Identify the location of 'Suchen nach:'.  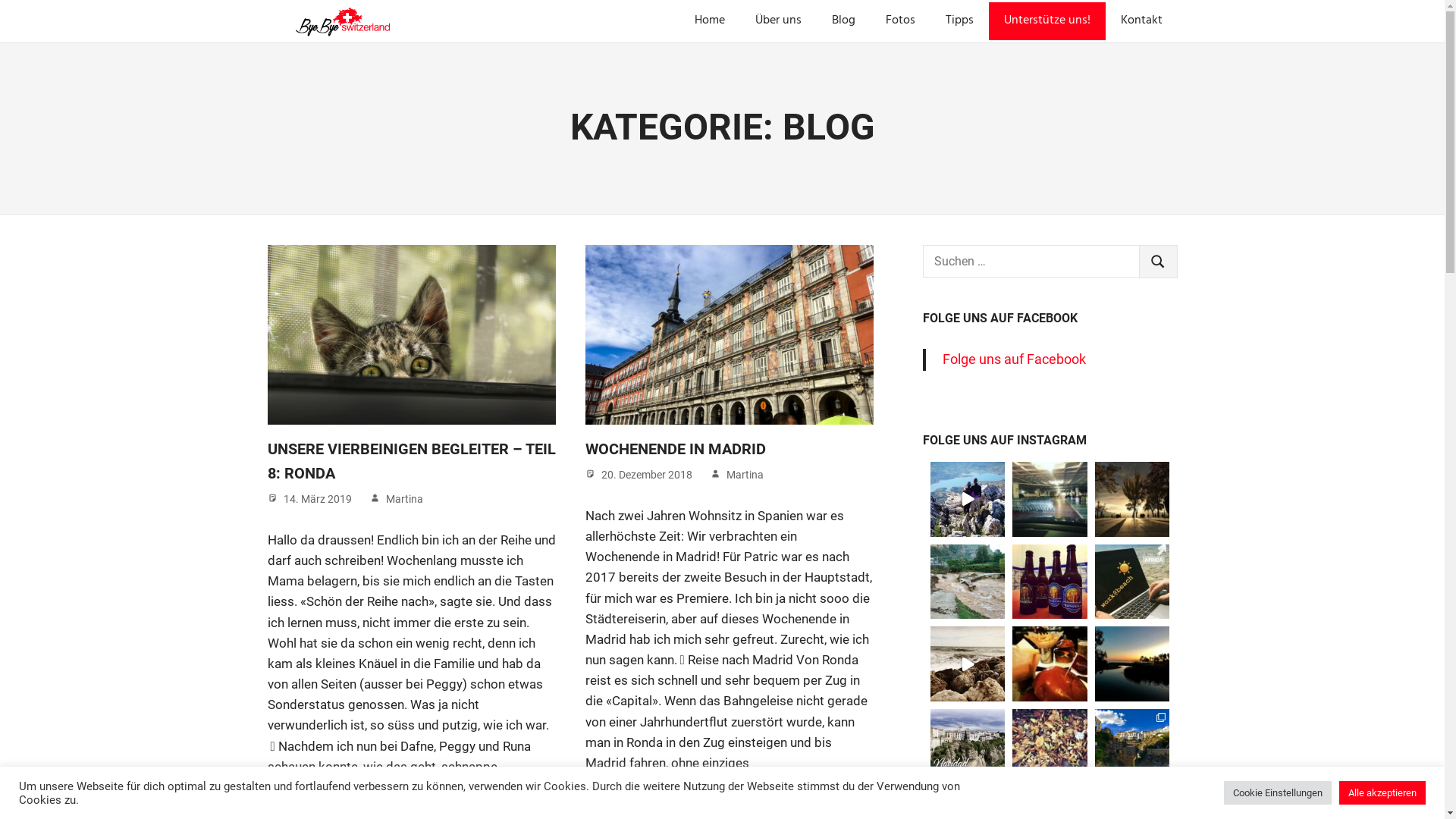
(1030, 260).